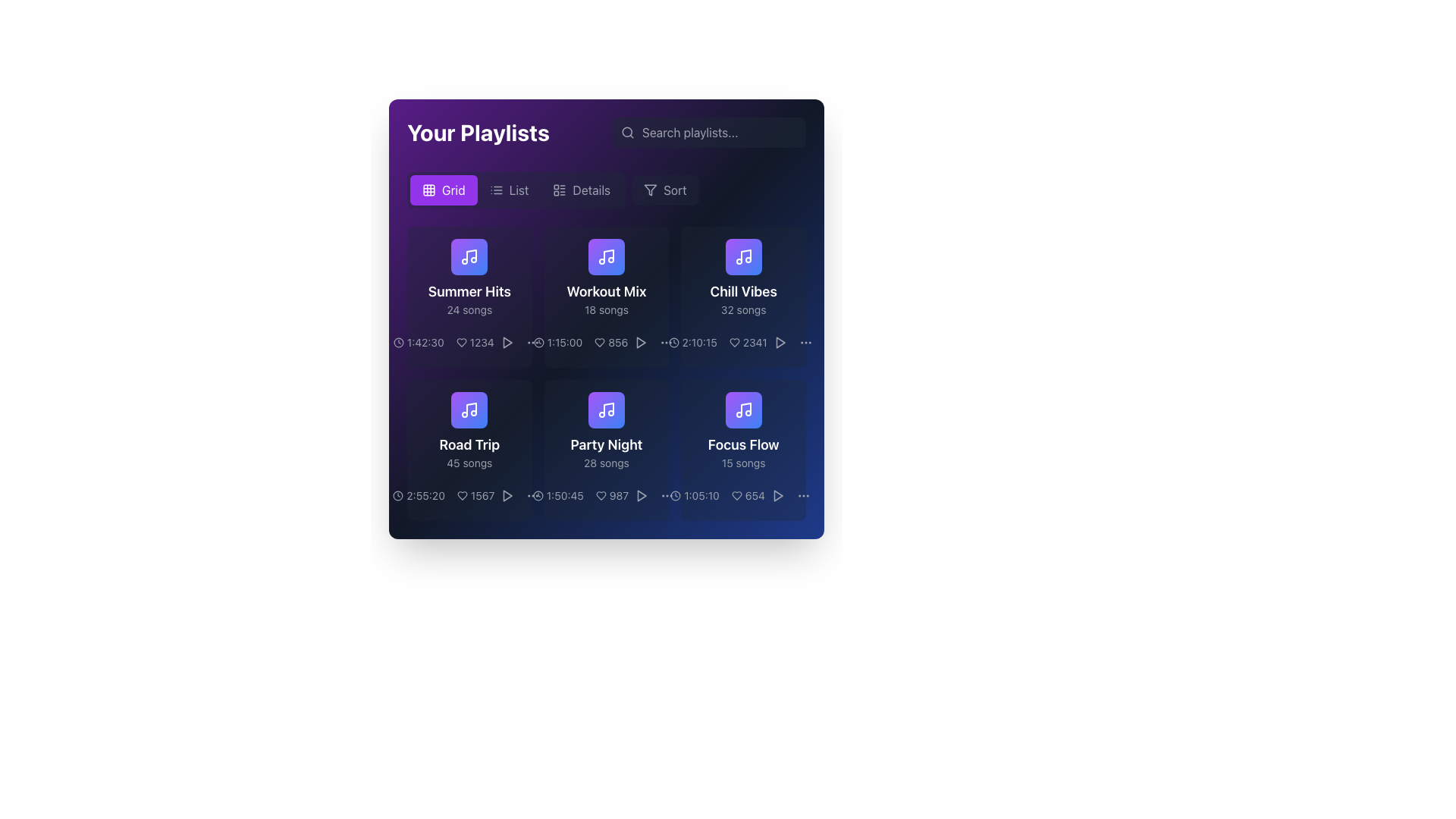 Image resolution: width=1456 pixels, height=819 pixels. Describe the element at coordinates (559, 189) in the screenshot. I see `the SVG Image Icon within the 'Details' button, located to the right of the 'Grid' icon and the title 'List'` at that location.